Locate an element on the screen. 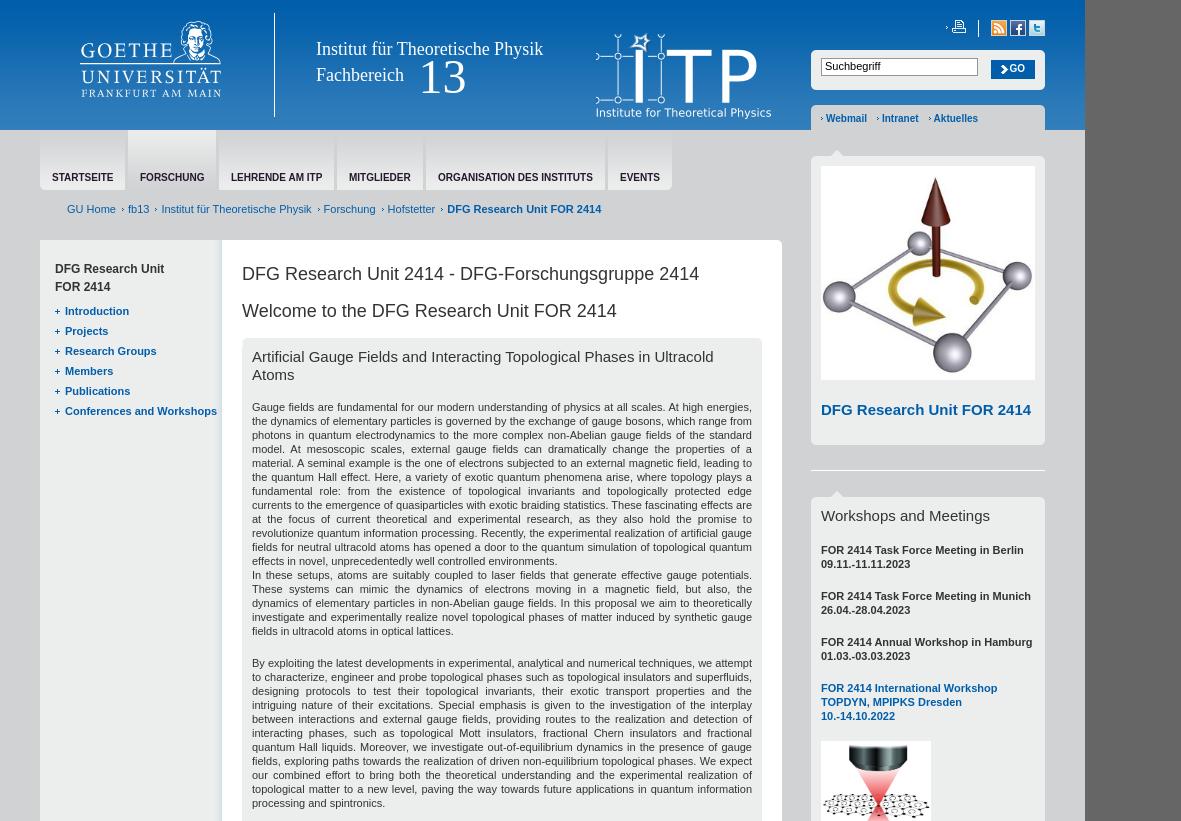  'Startseite' is located at coordinates (81, 177).